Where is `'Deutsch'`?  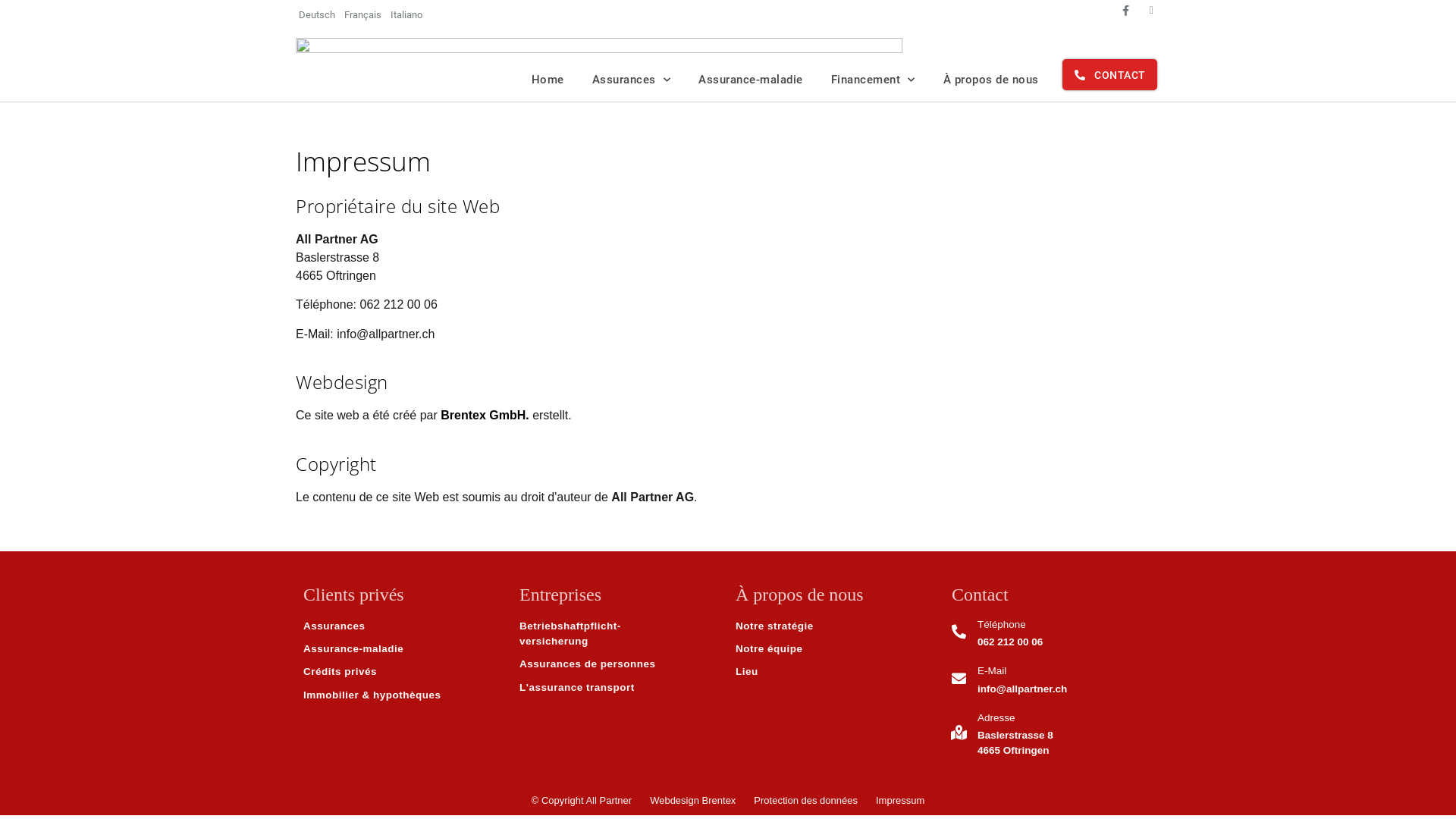
'Deutsch' is located at coordinates (315, 14).